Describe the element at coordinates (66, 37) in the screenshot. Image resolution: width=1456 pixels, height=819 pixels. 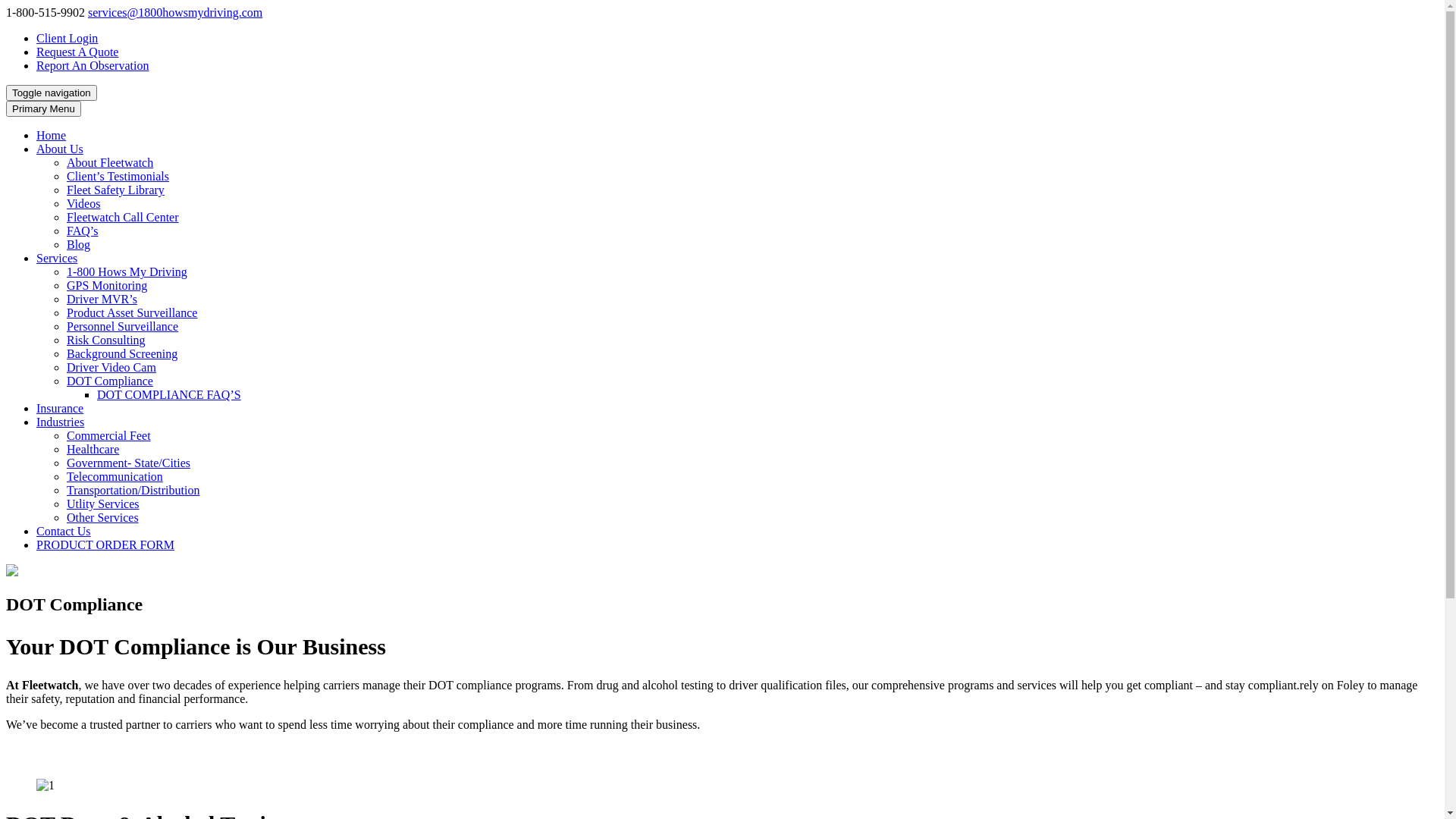
I see `'Client Login'` at that location.